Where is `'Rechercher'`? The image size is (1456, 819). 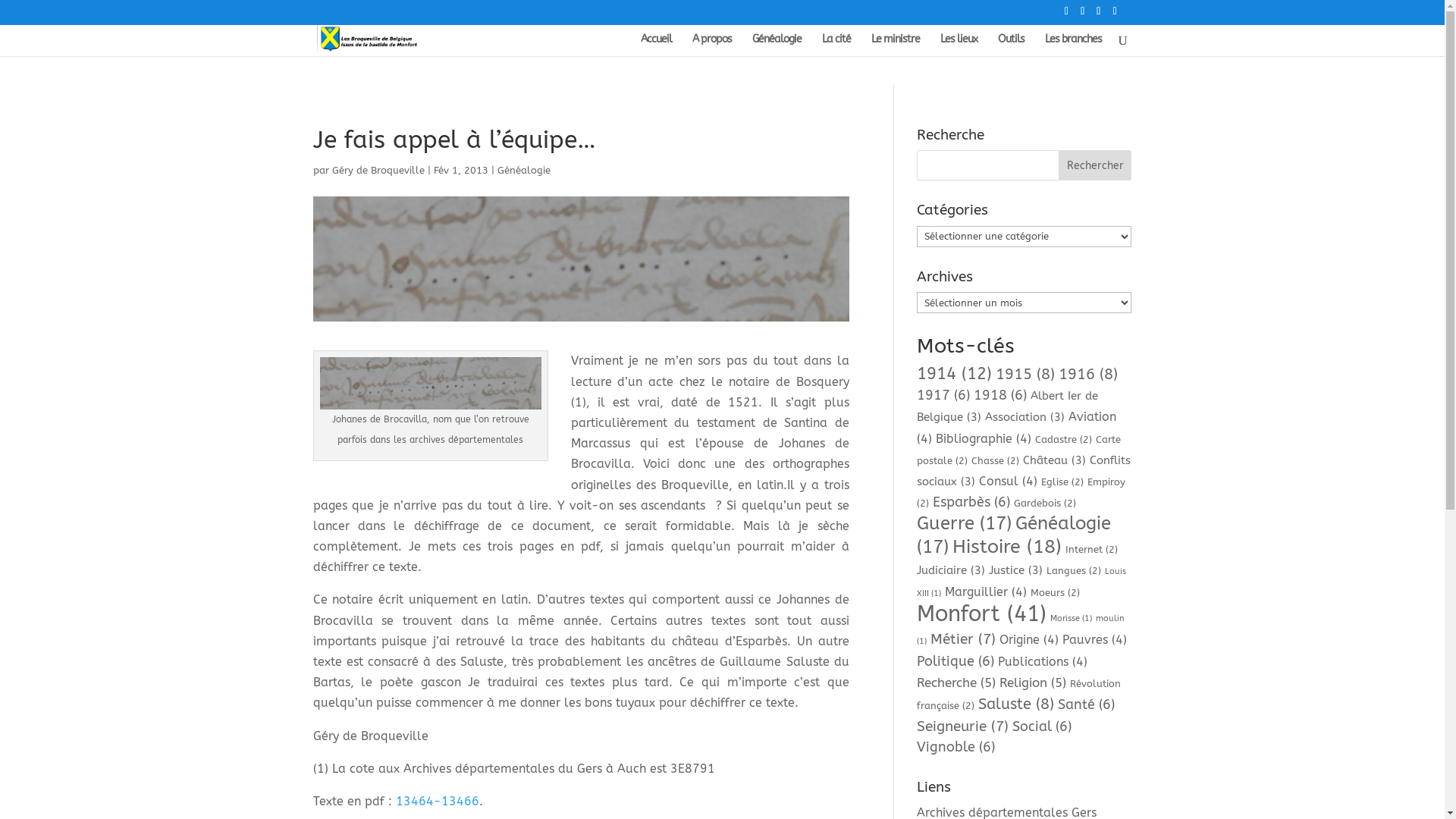
'Rechercher' is located at coordinates (1095, 165).